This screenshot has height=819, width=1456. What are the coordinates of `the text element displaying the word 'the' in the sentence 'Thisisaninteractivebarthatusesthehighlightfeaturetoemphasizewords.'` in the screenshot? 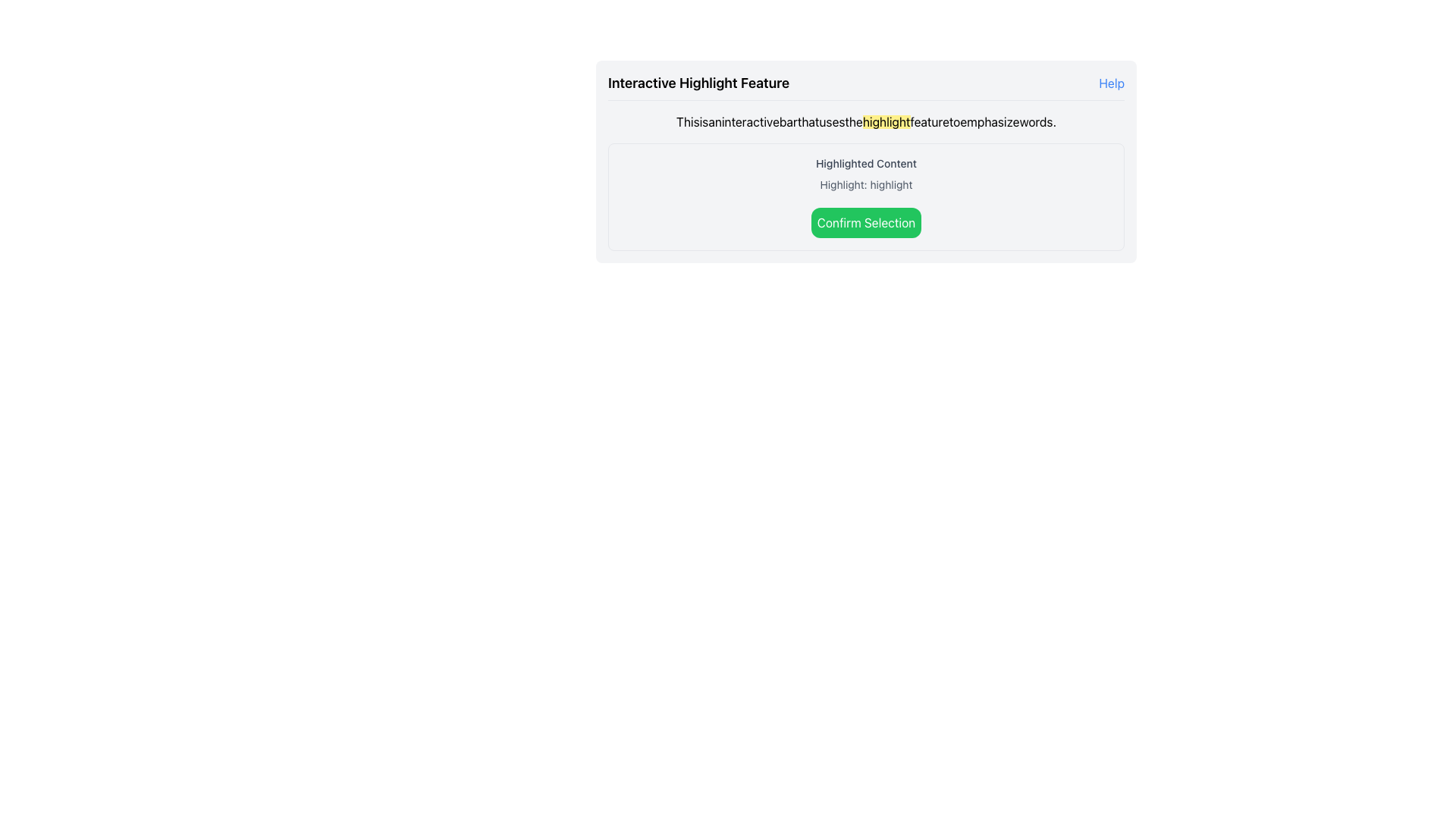 It's located at (854, 121).